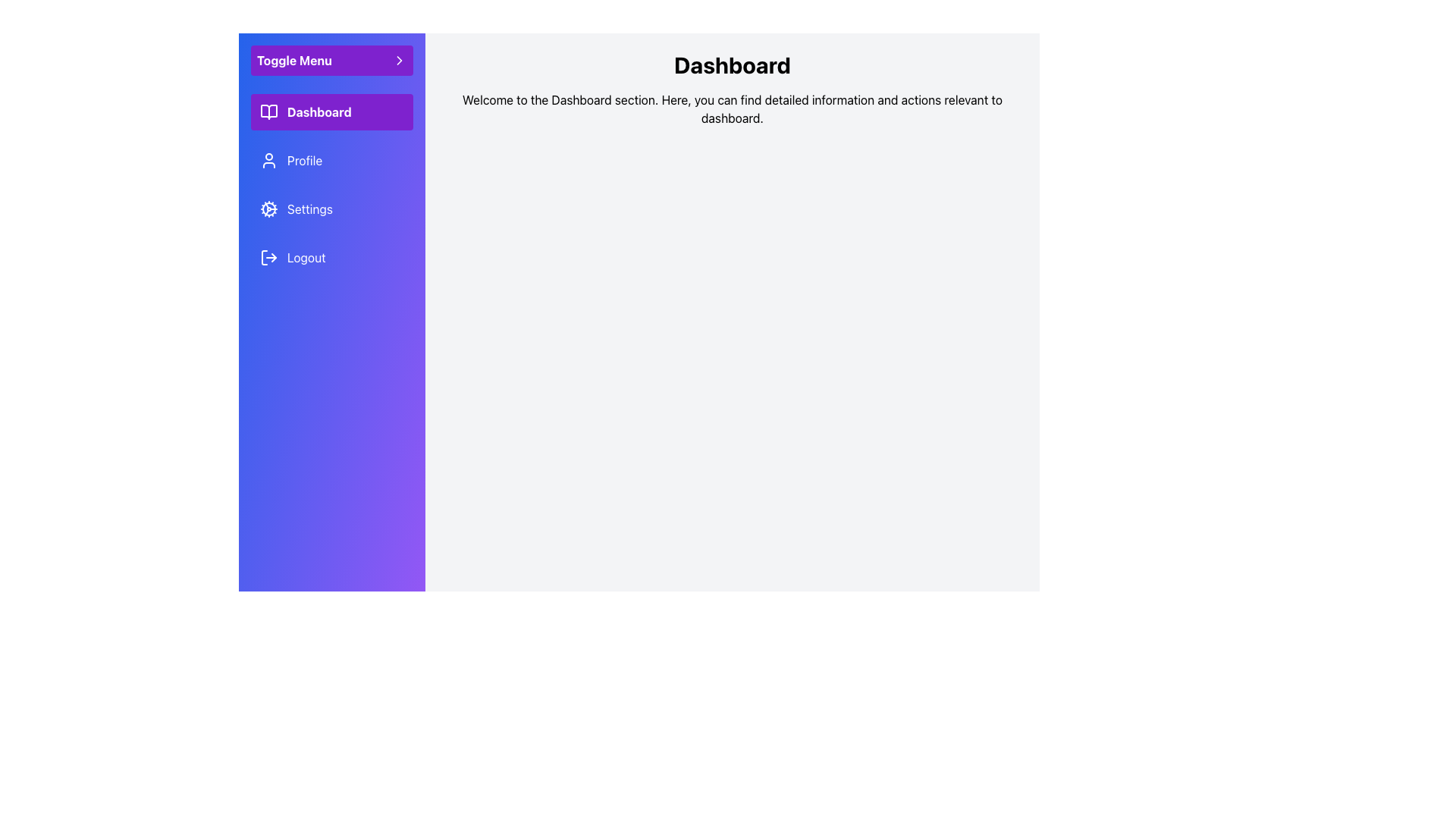  Describe the element at coordinates (269, 256) in the screenshot. I see `the logout icon, which is a small icon consisting of an arrow pointing to the right and a partial rectangle, located to the left of the text 'Logout' in the bottom section of the vertical sidebar` at that location.